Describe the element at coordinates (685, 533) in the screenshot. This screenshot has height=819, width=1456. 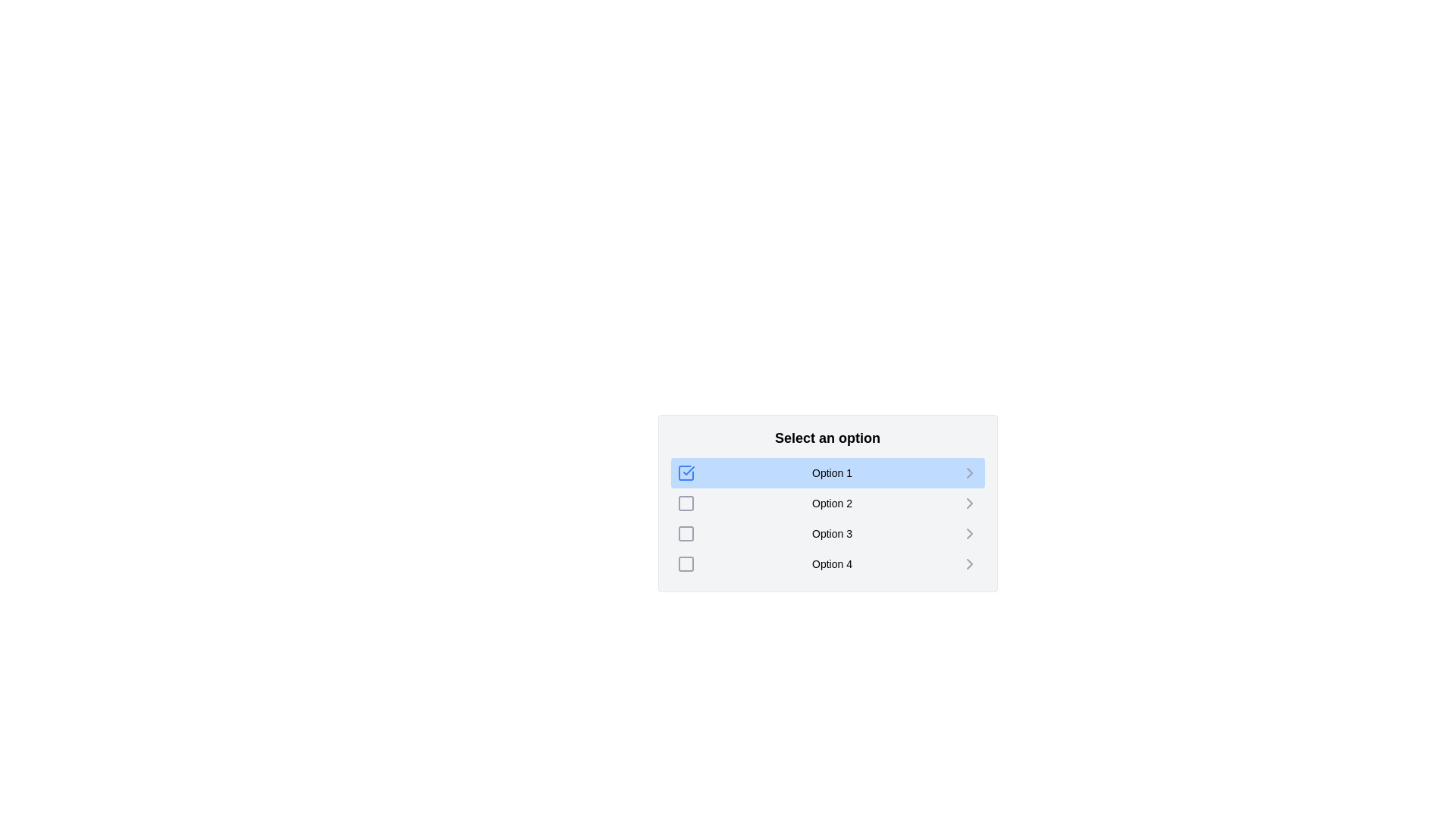
I see `the interactive checkbox for 'Option 3'` at that location.